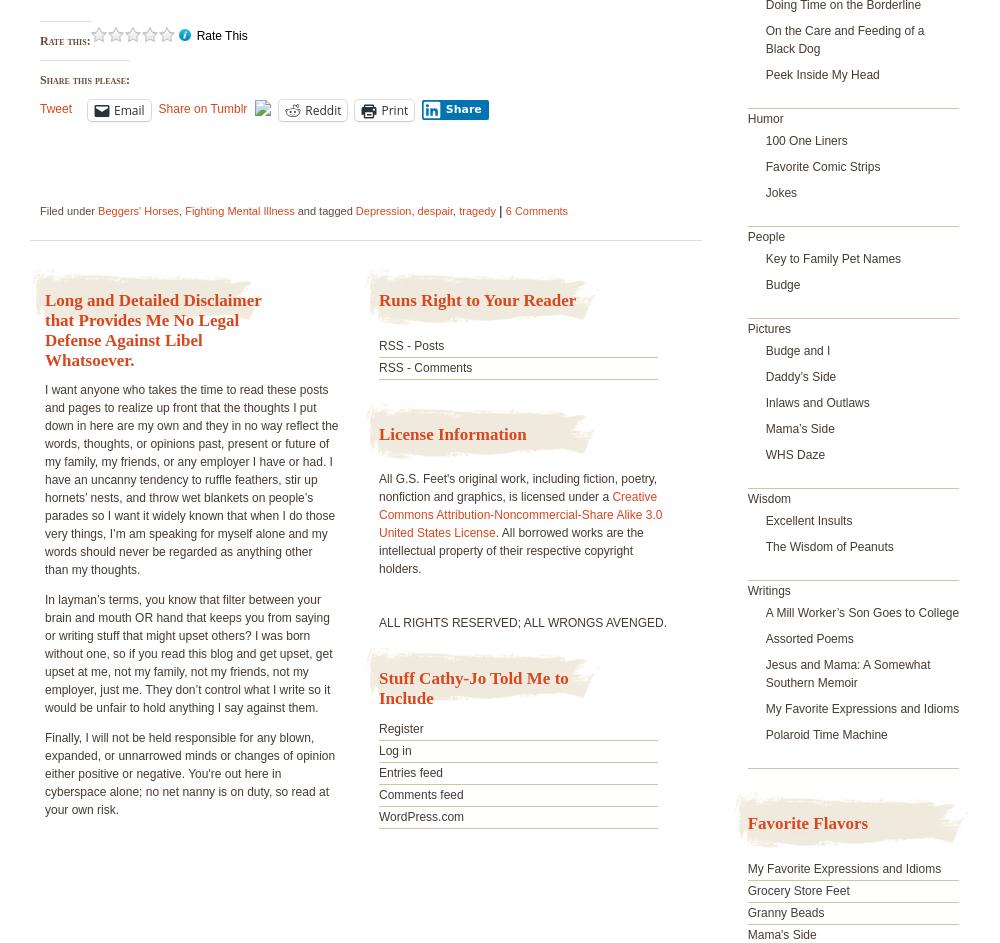  Describe the element at coordinates (816, 402) in the screenshot. I see `'Inlaws and Outlaws'` at that location.